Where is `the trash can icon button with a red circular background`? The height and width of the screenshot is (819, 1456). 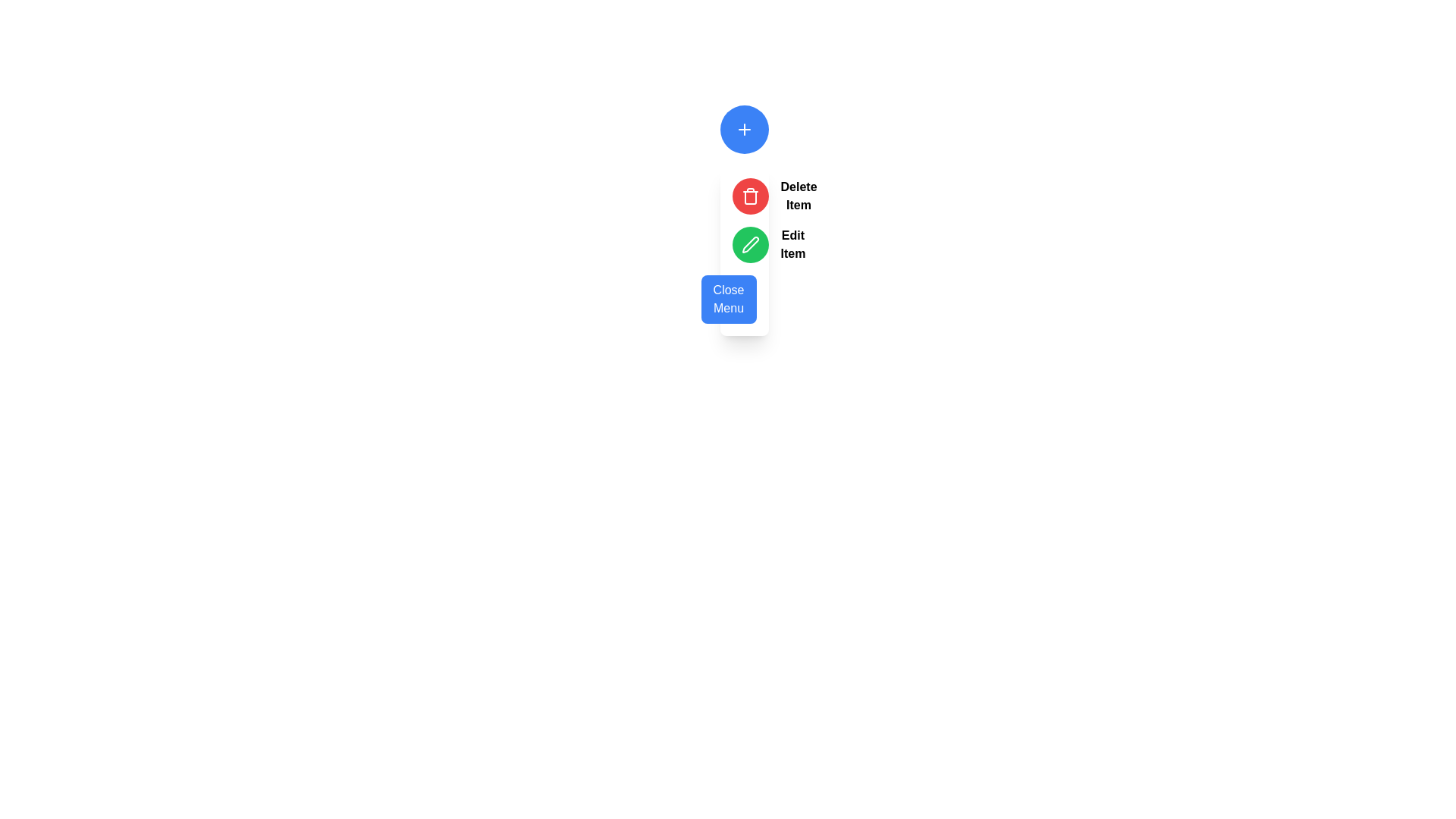
the trash can icon button with a red circular background is located at coordinates (750, 195).